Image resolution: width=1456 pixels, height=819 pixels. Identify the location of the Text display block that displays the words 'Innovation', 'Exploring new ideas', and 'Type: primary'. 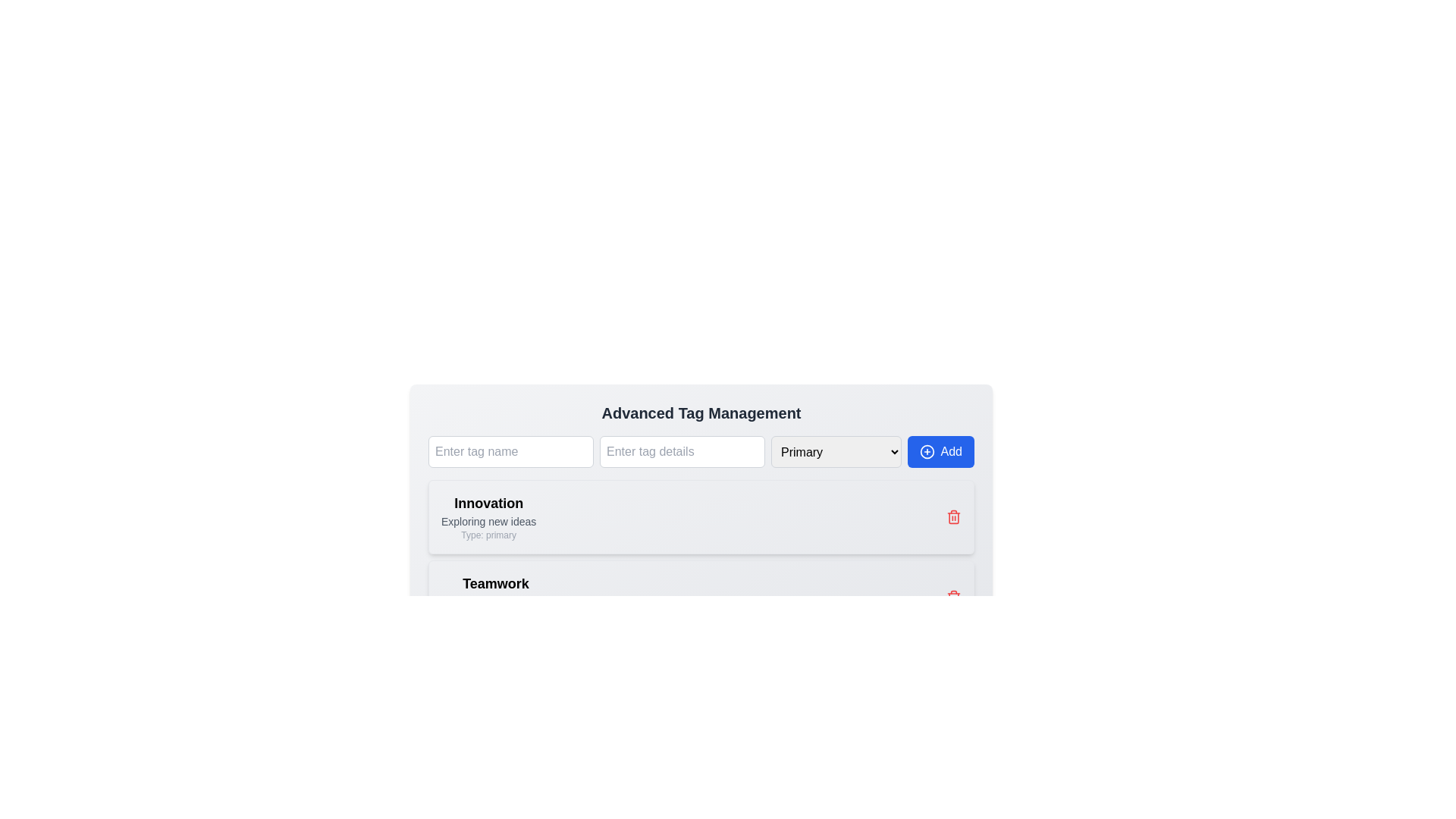
(488, 516).